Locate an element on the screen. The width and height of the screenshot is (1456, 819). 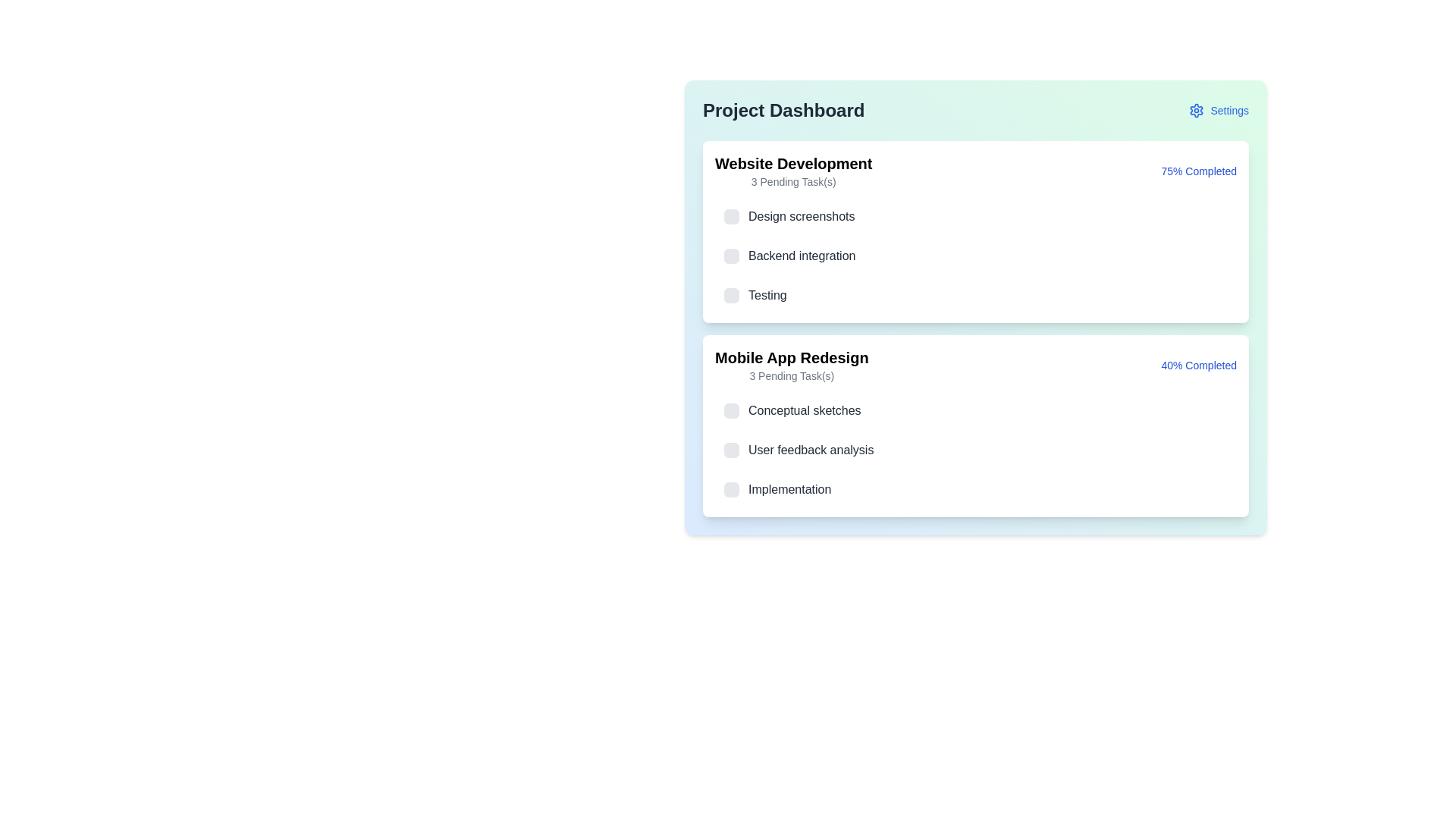
the interactive toggle or checkbox icon located to the left of the 'Testing' text label within the 'Website Development' card in the top section of the dashboard to interact with it is located at coordinates (731, 295).